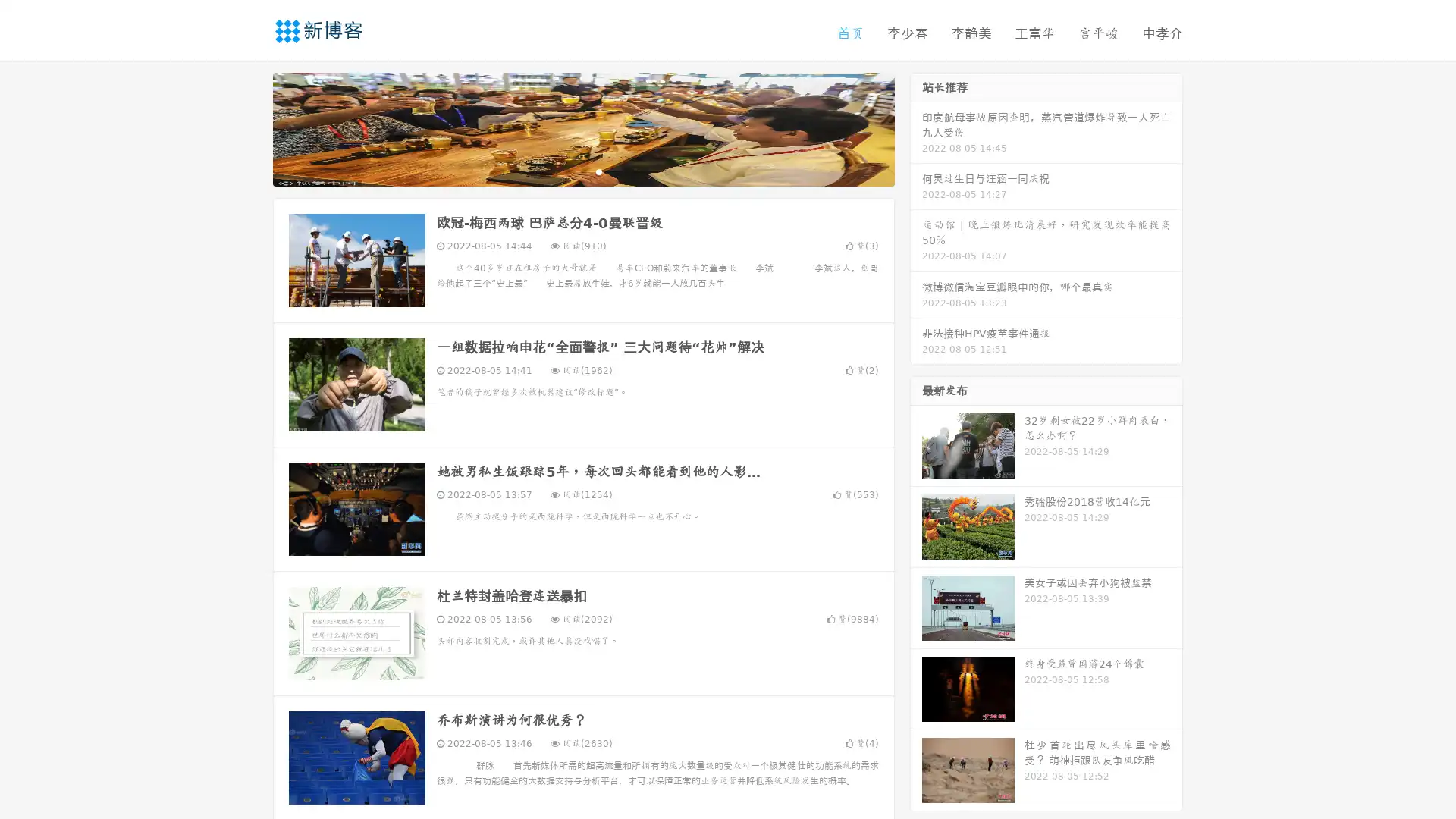  What do you see at coordinates (567, 171) in the screenshot?
I see `Go to slide 1` at bounding box center [567, 171].